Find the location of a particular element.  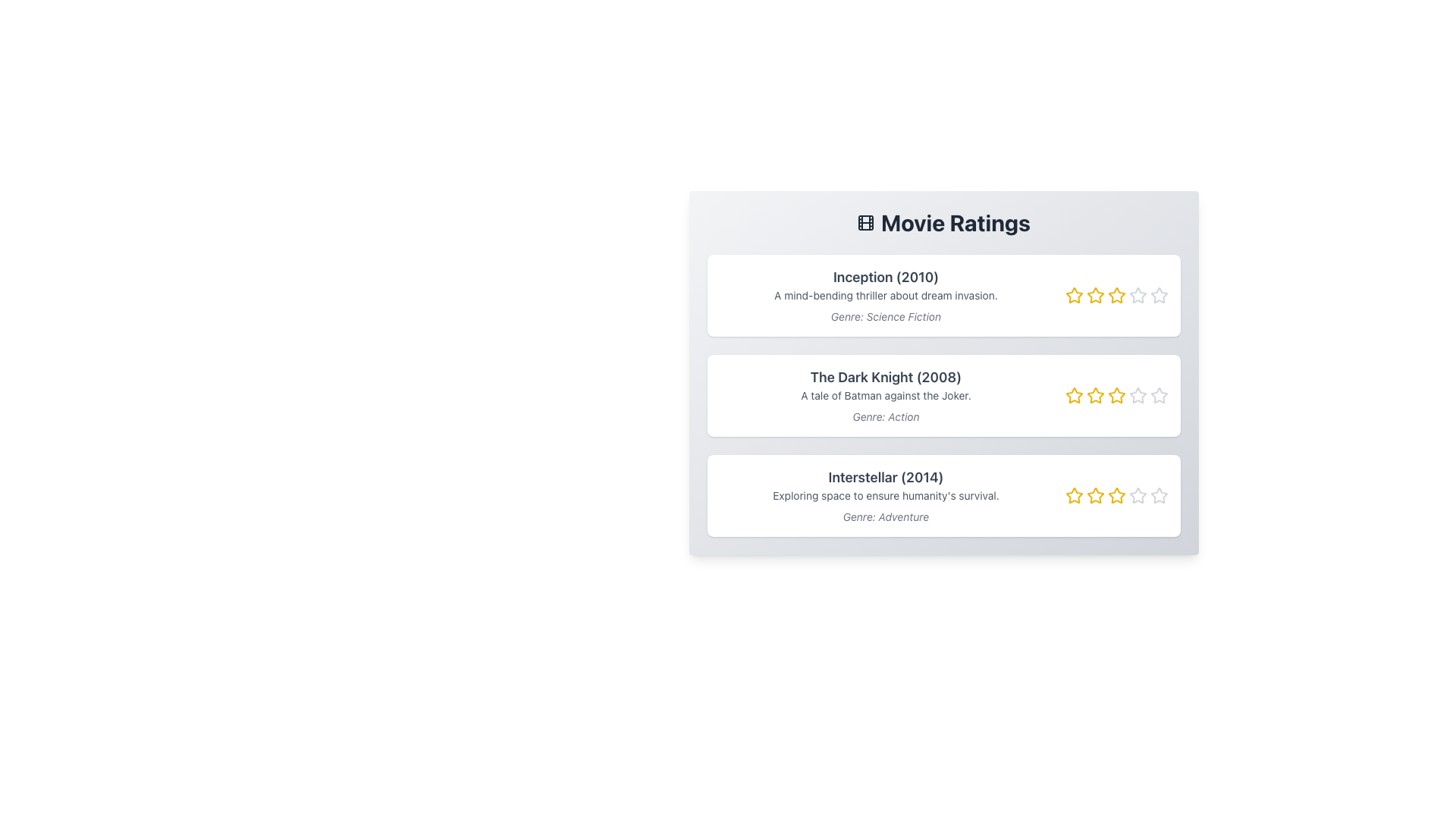

the second star in the rating component for 'The Dark Knight (2008)' to assign a rating is located at coordinates (1095, 394).